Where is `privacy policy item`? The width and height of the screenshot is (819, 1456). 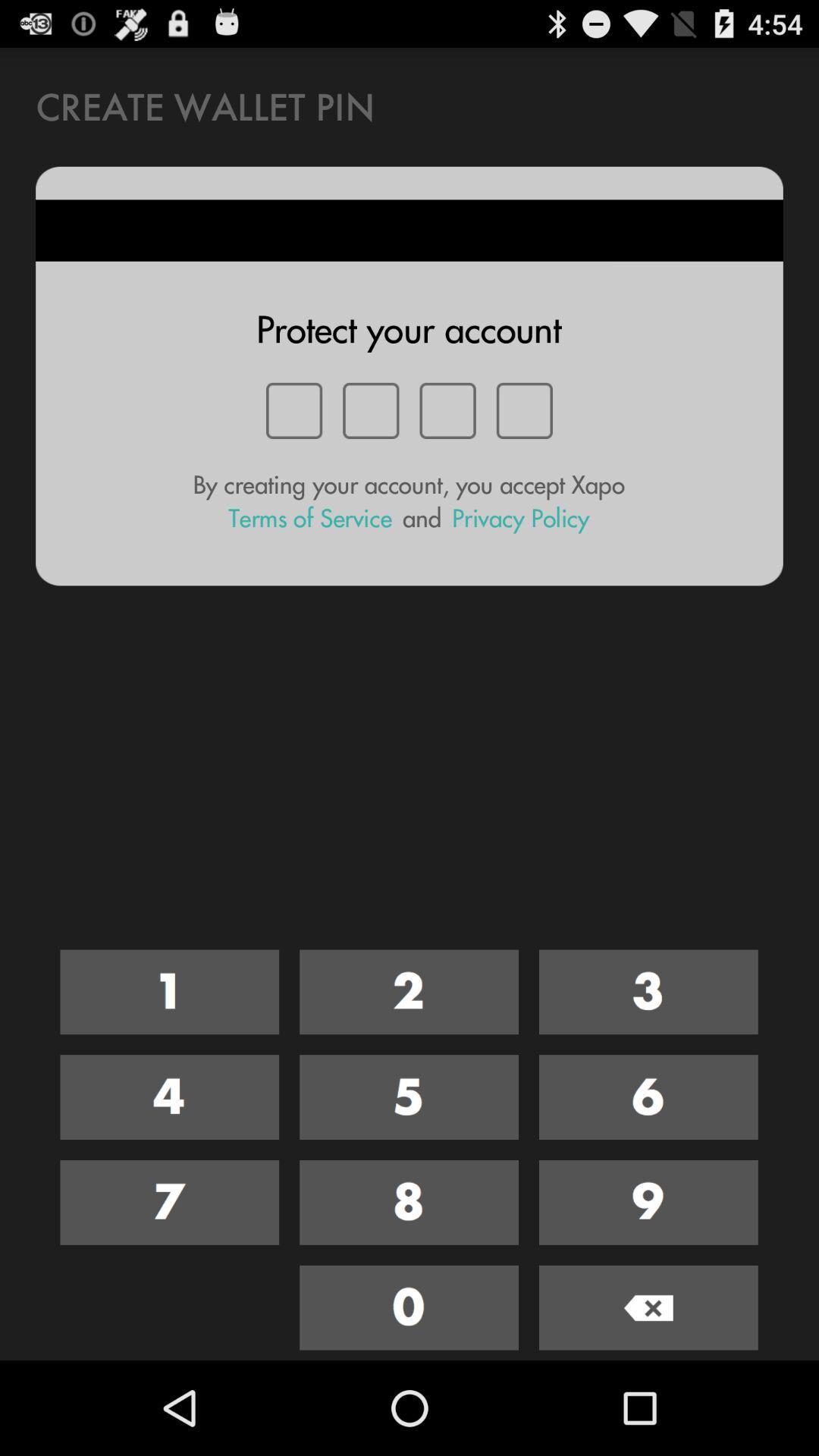 privacy policy item is located at coordinates (519, 518).